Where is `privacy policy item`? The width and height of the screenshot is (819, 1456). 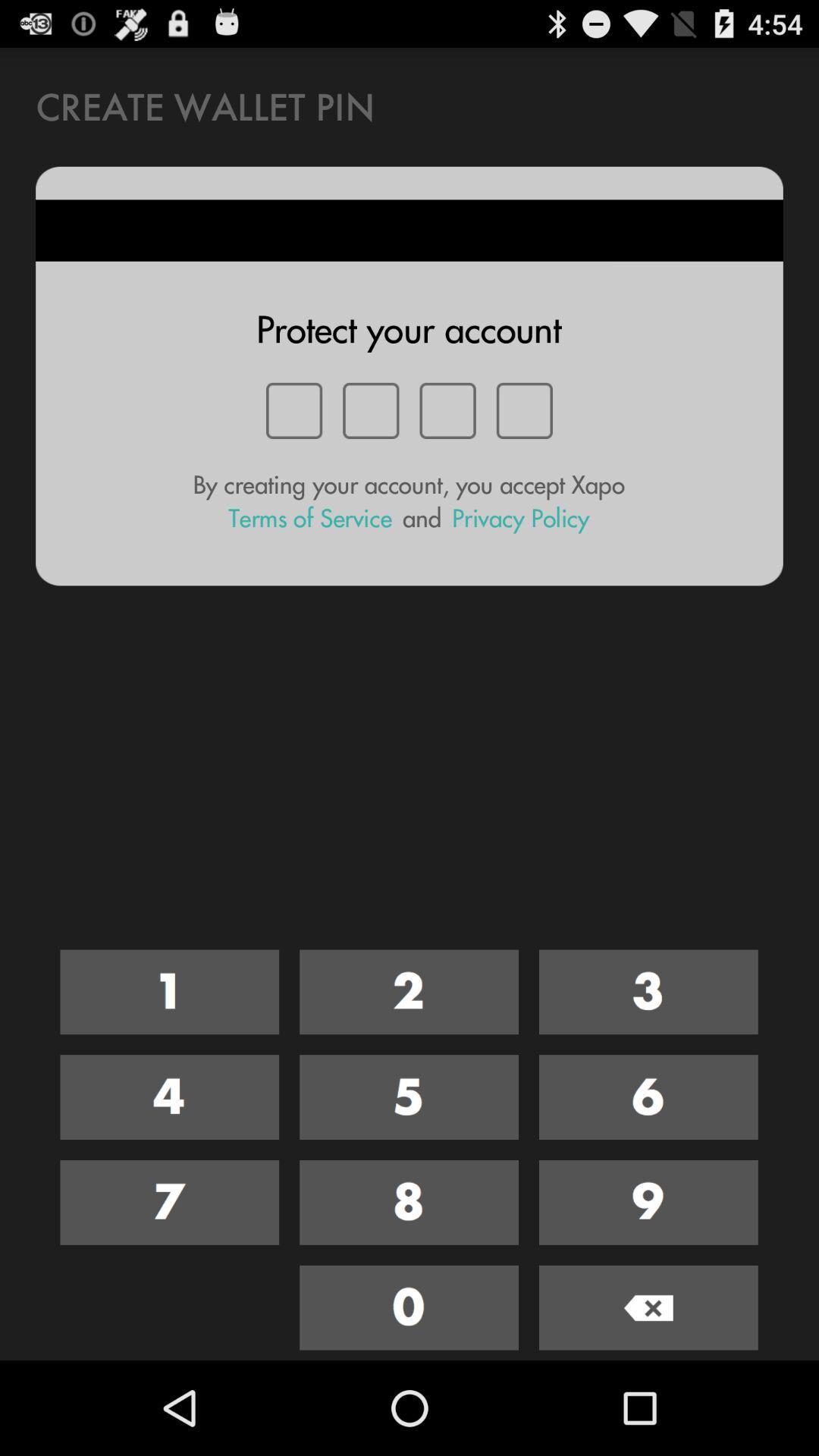 privacy policy item is located at coordinates (519, 518).